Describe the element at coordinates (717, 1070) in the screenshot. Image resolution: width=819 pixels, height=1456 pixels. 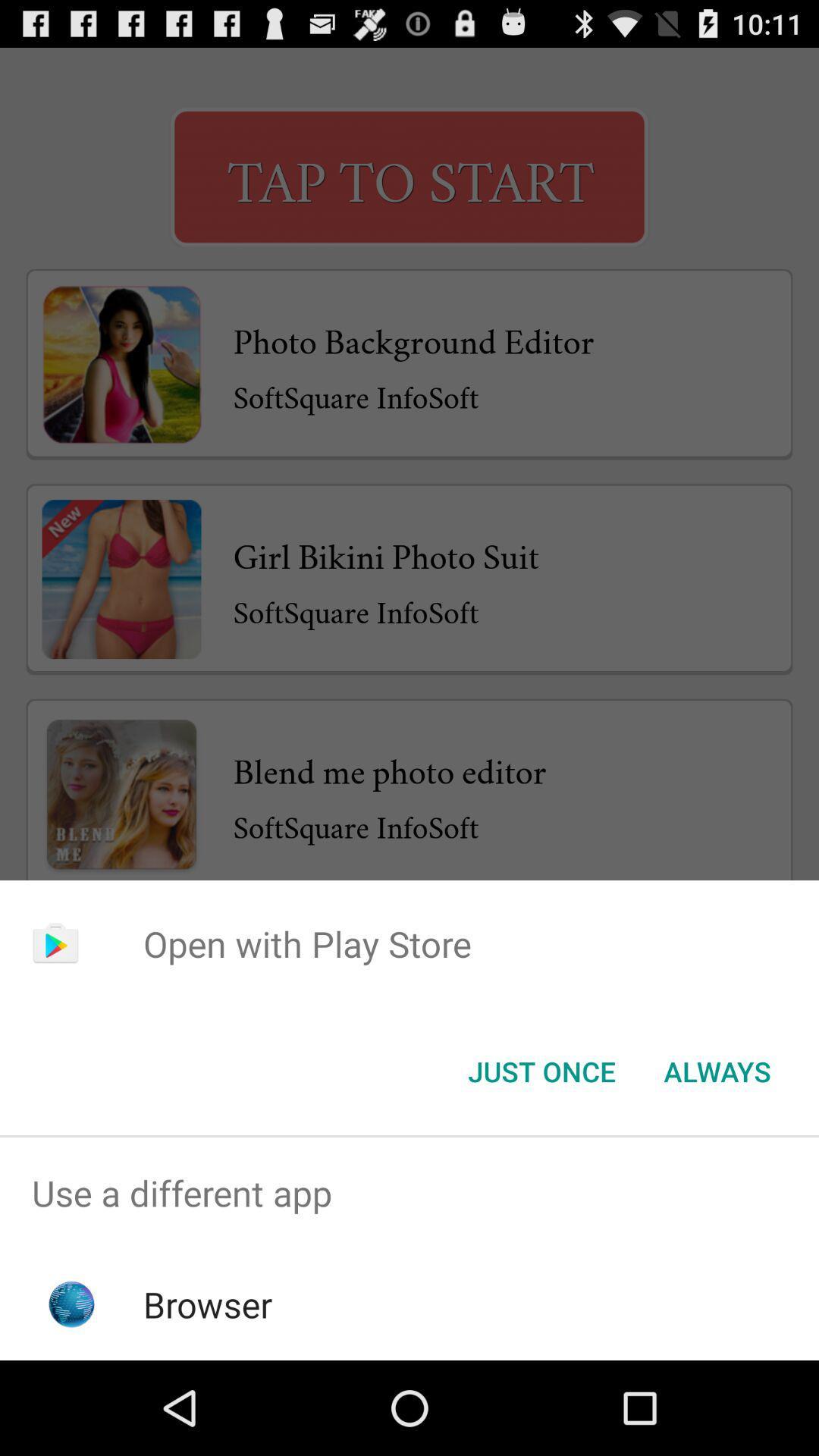
I see `always at the bottom right corner` at that location.